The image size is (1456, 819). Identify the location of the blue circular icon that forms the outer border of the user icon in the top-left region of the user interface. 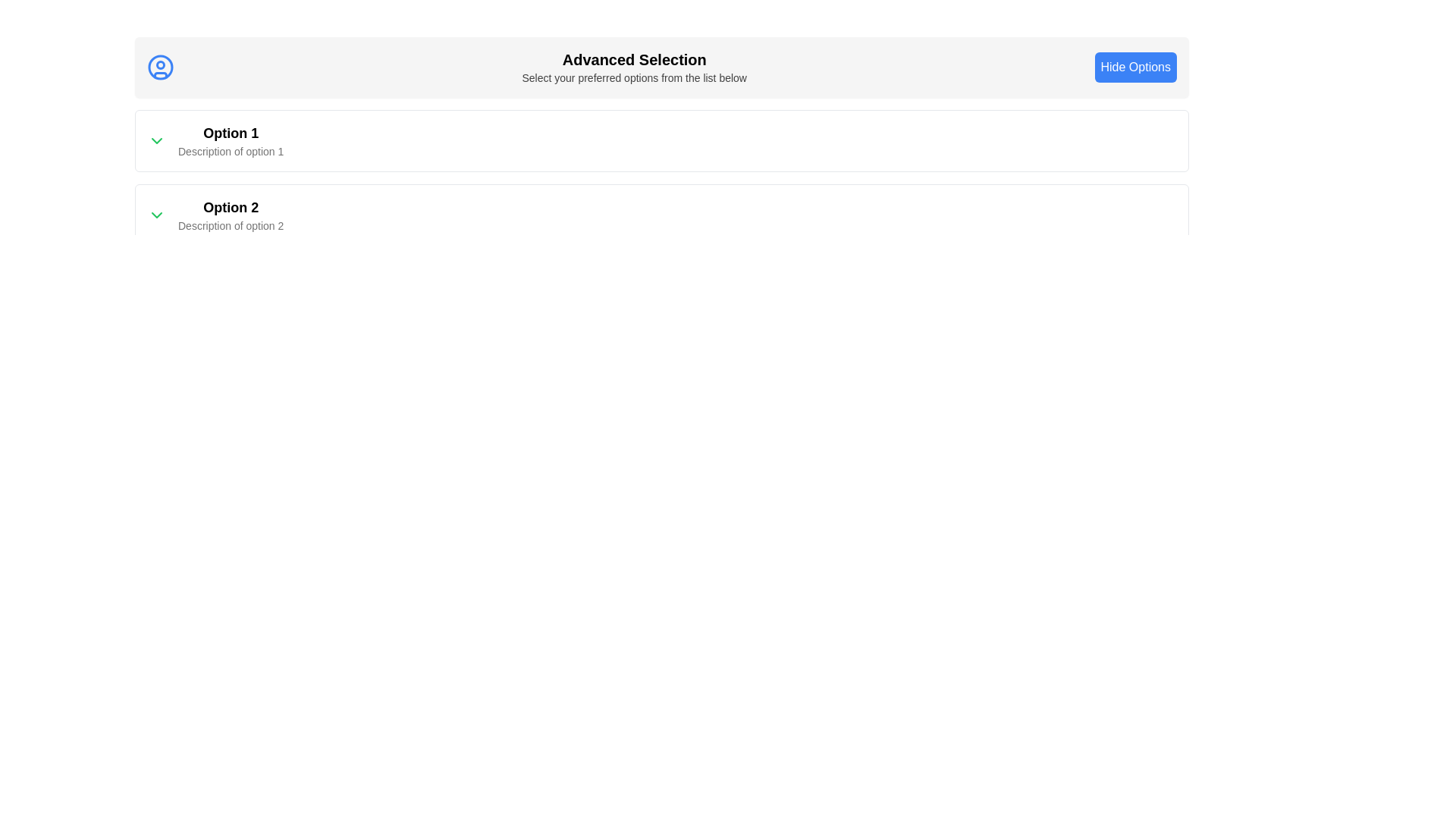
(160, 66).